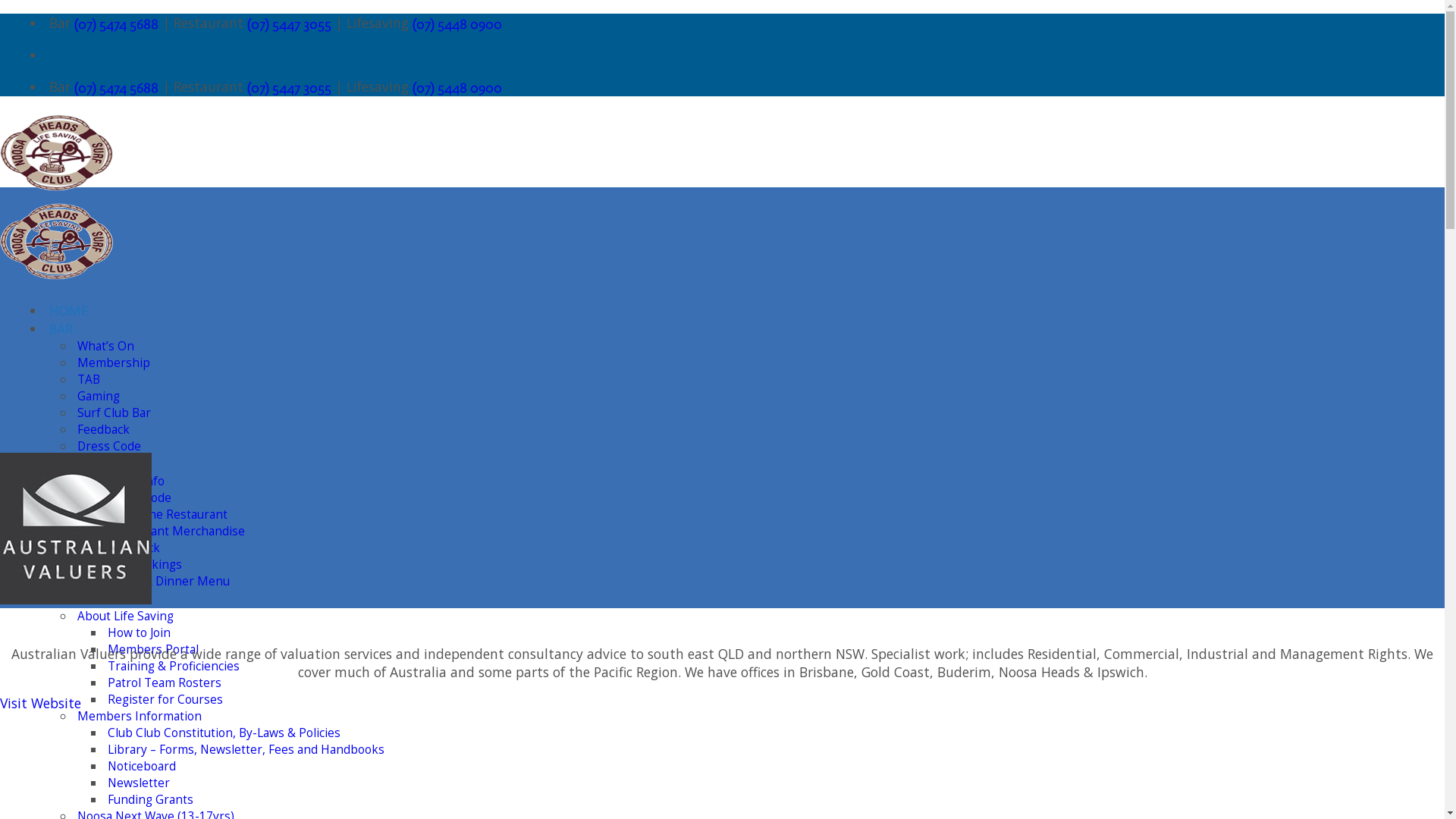 The width and height of the screenshot is (1456, 819). What do you see at coordinates (457, 24) in the screenshot?
I see `'(07) 5448 0900'` at bounding box center [457, 24].